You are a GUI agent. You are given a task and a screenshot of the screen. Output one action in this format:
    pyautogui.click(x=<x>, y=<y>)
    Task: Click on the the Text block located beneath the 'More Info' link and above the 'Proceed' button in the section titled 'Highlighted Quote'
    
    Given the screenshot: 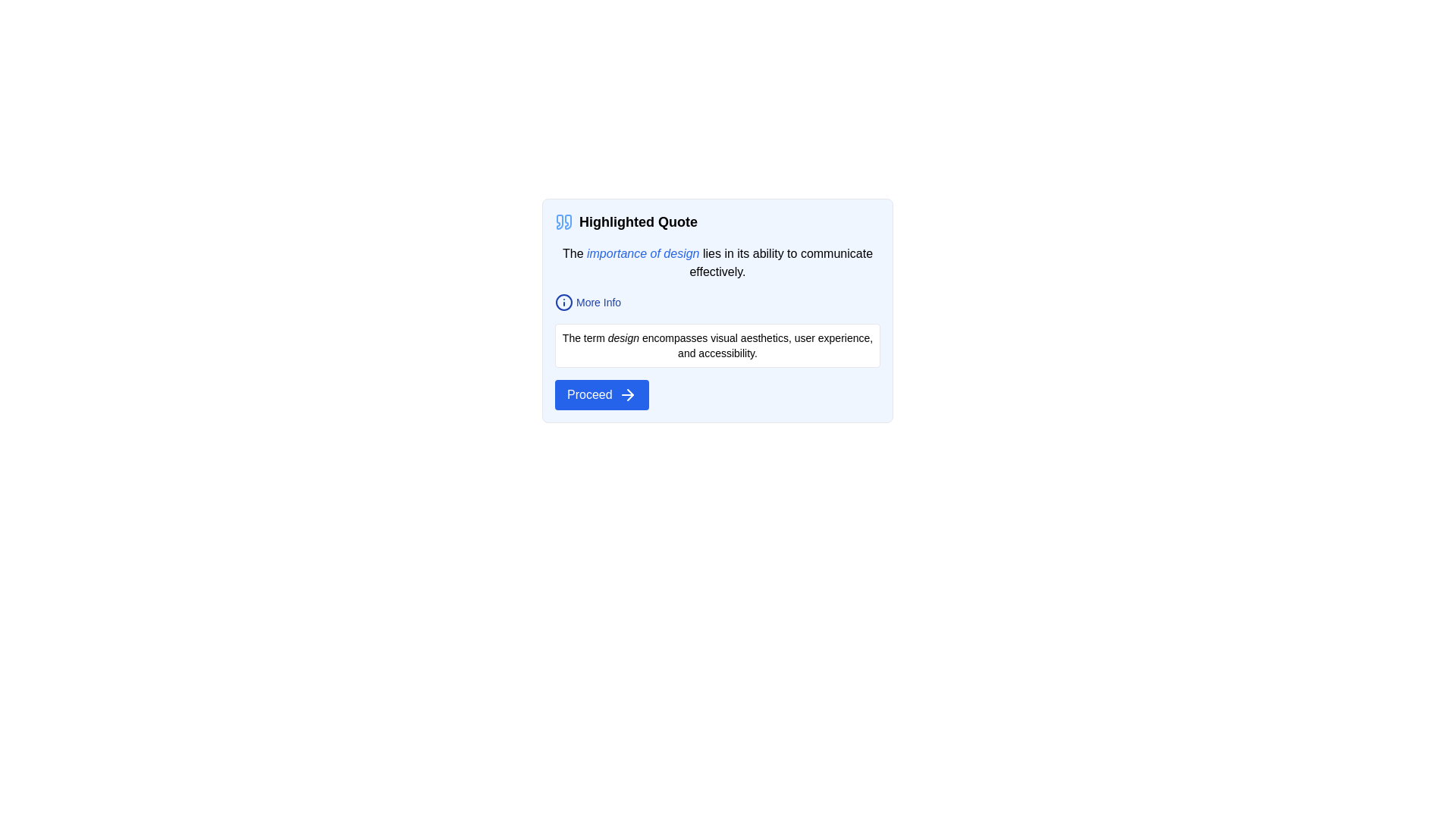 What is the action you would take?
    pyautogui.click(x=717, y=345)
    